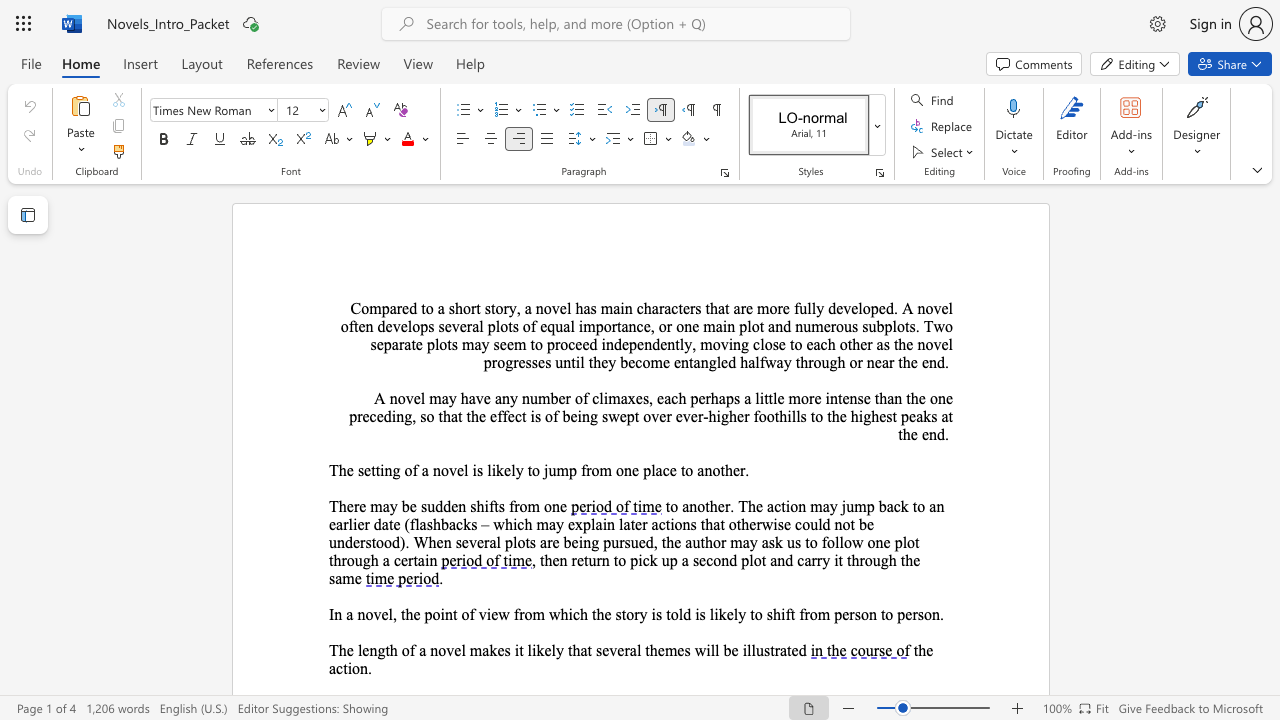 The width and height of the screenshot is (1280, 720). What do you see at coordinates (336, 668) in the screenshot?
I see `the subset text "ct" within the text "the action."` at bounding box center [336, 668].